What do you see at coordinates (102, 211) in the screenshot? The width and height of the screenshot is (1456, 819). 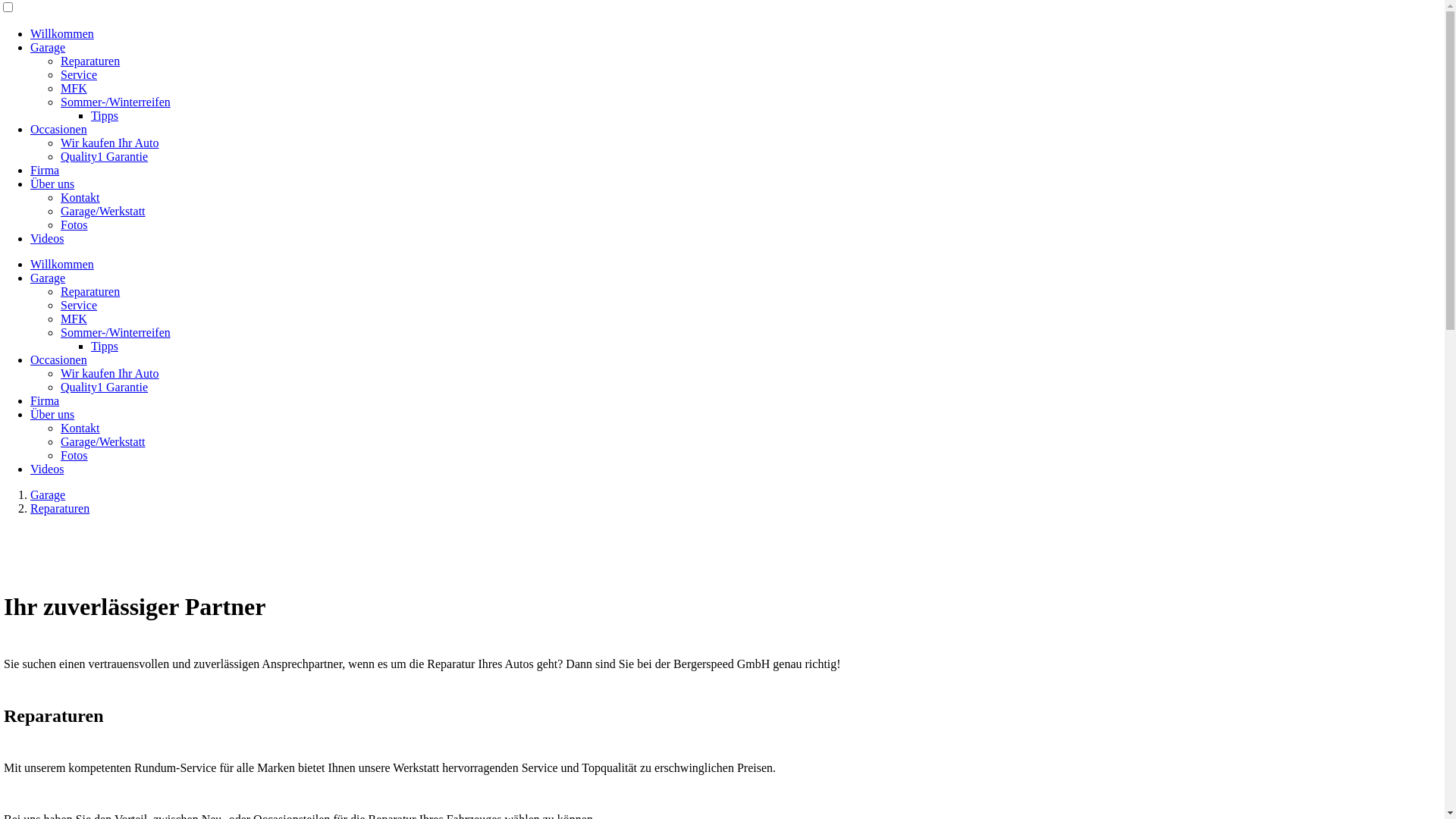 I see `'Garage/Werkstatt'` at bounding box center [102, 211].